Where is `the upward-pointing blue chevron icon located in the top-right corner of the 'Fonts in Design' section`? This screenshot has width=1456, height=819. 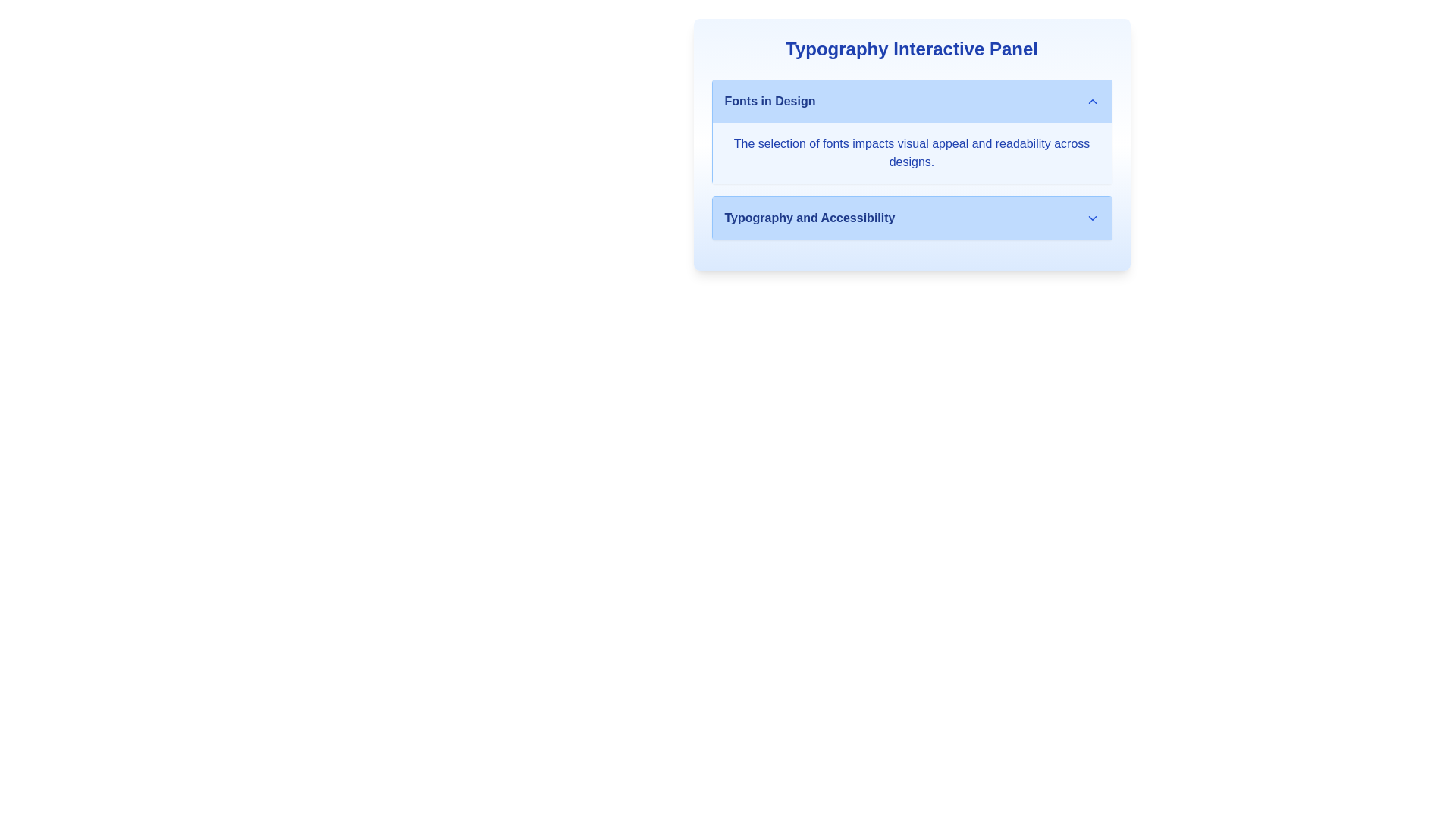
the upward-pointing blue chevron icon located in the top-right corner of the 'Fonts in Design' section is located at coordinates (1092, 102).